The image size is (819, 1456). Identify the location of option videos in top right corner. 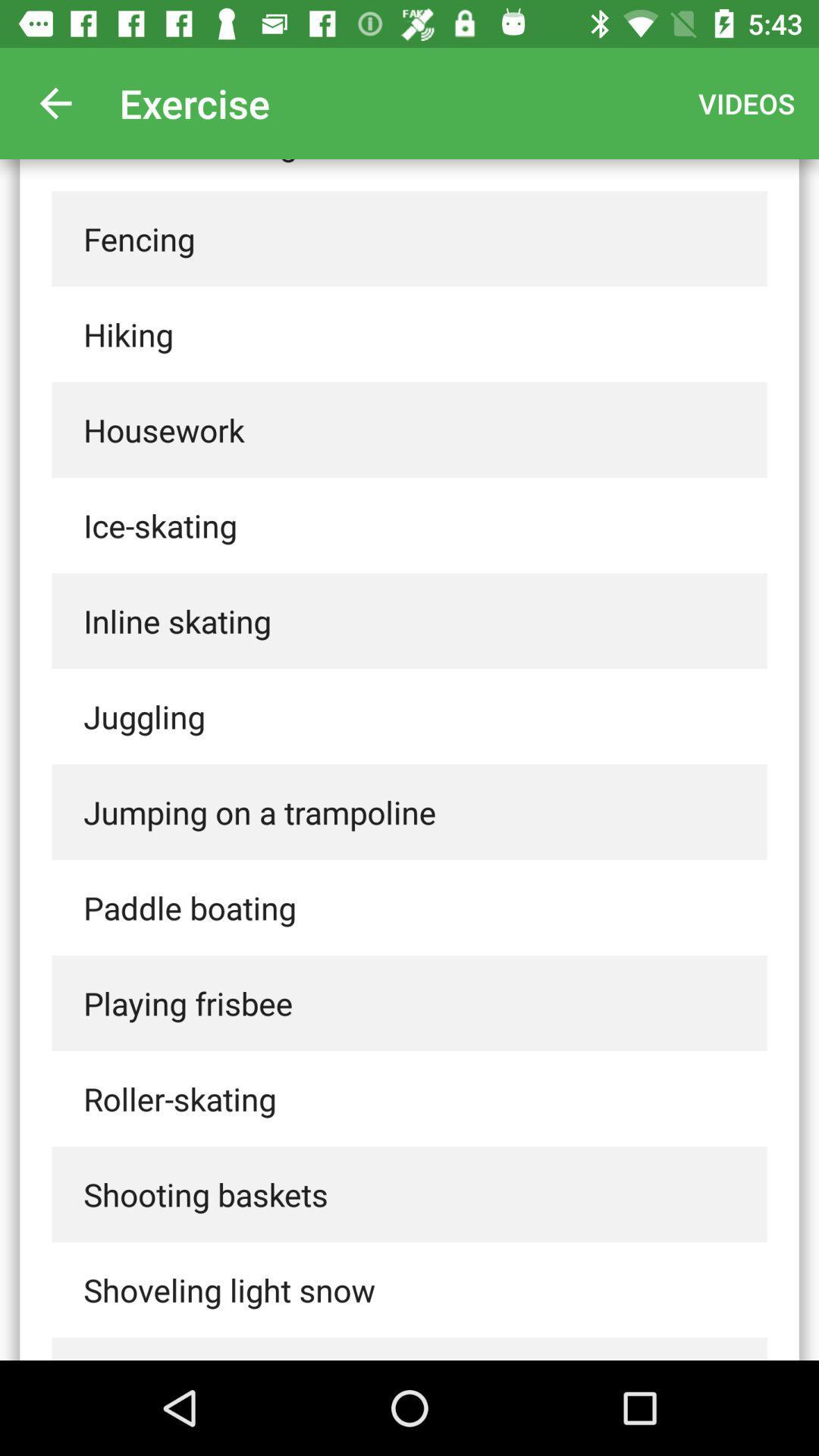
(745, 103).